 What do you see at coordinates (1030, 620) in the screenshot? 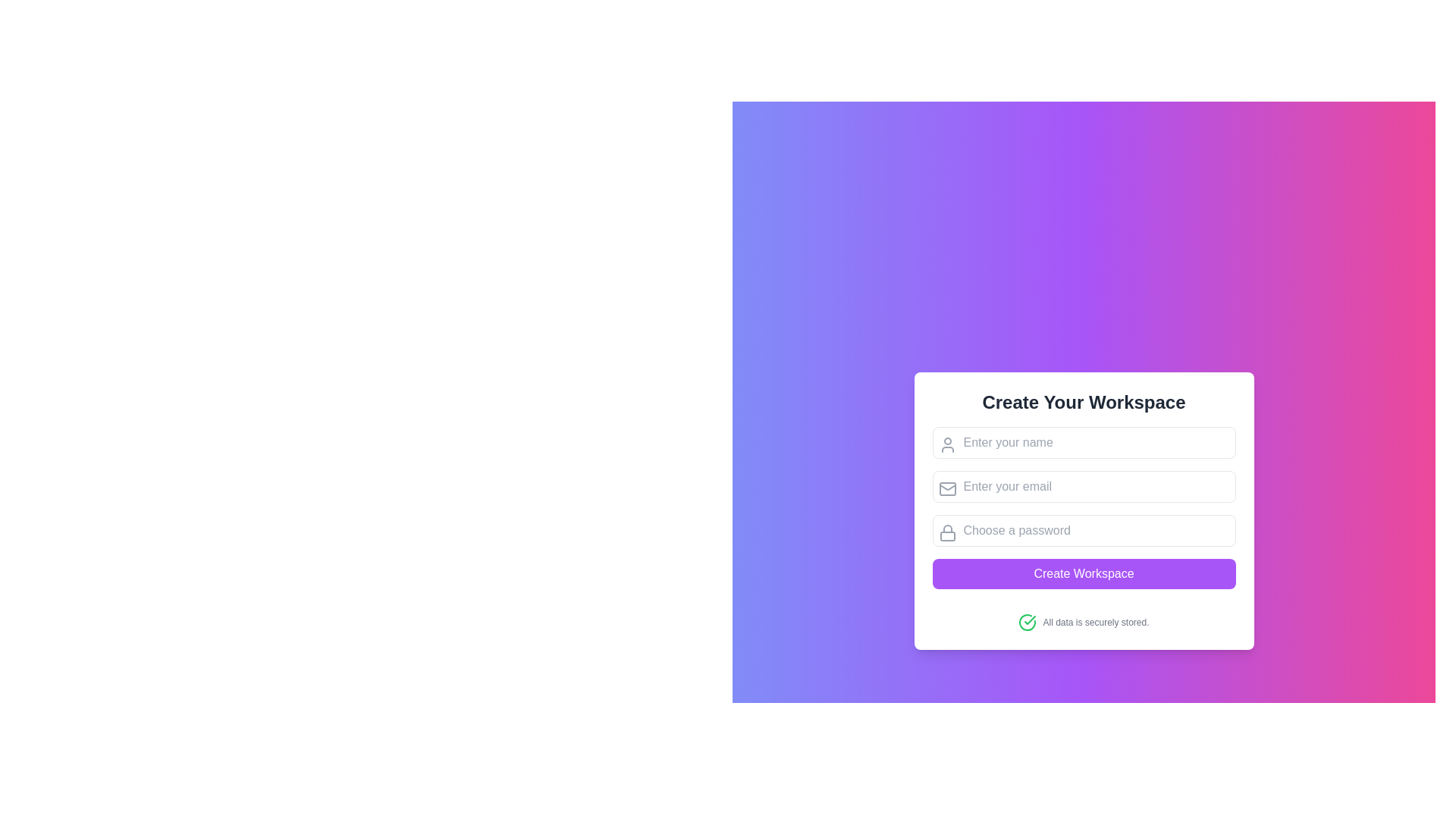
I see `the checkmark icon that symbolizes a successful action, which is positioned inside a larger green-themed circle icon at the bottom of the form component` at bounding box center [1030, 620].